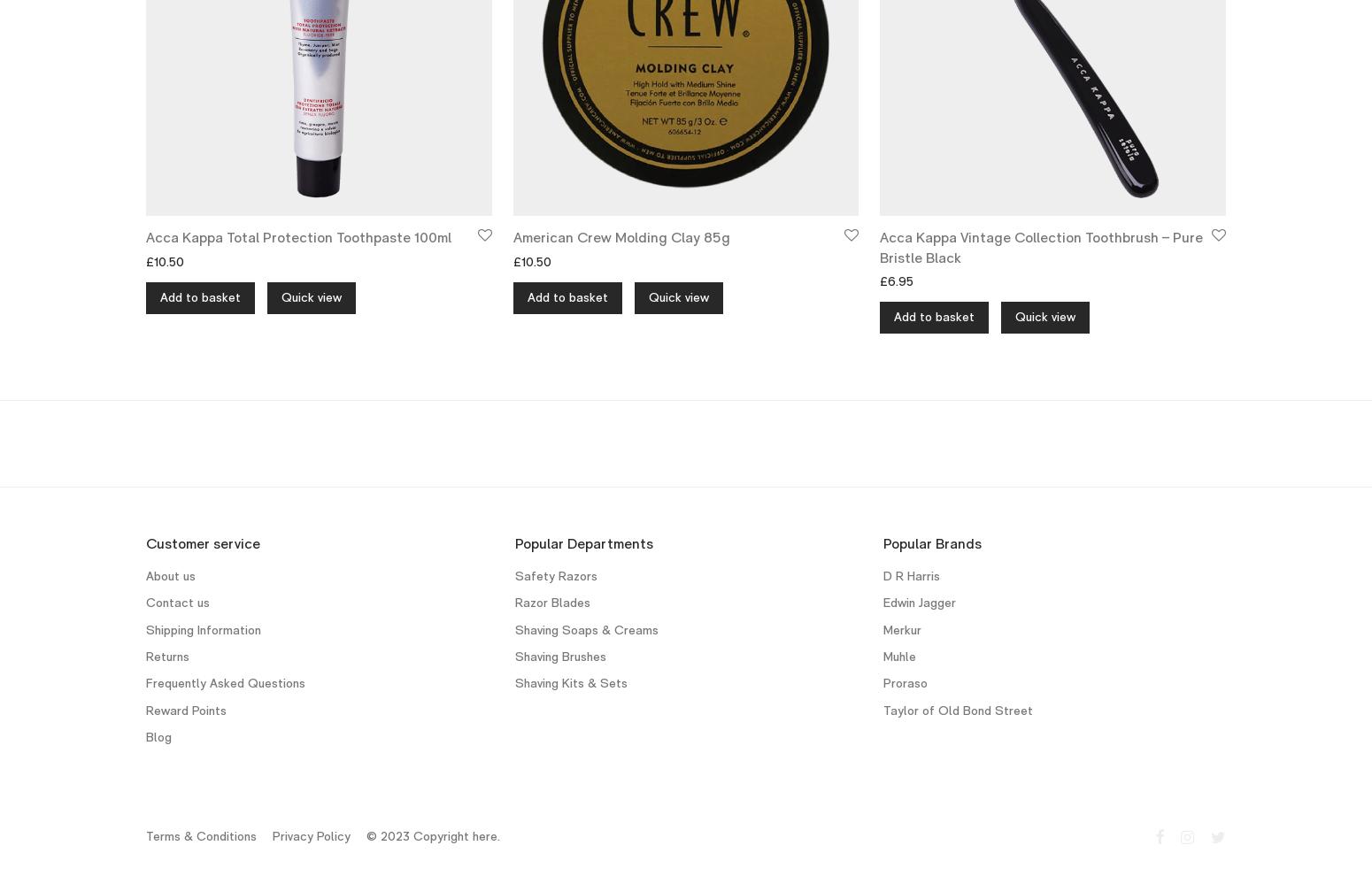 This screenshot has width=1372, height=876. Describe the element at coordinates (902, 628) in the screenshot. I see `'Merkur'` at that location.